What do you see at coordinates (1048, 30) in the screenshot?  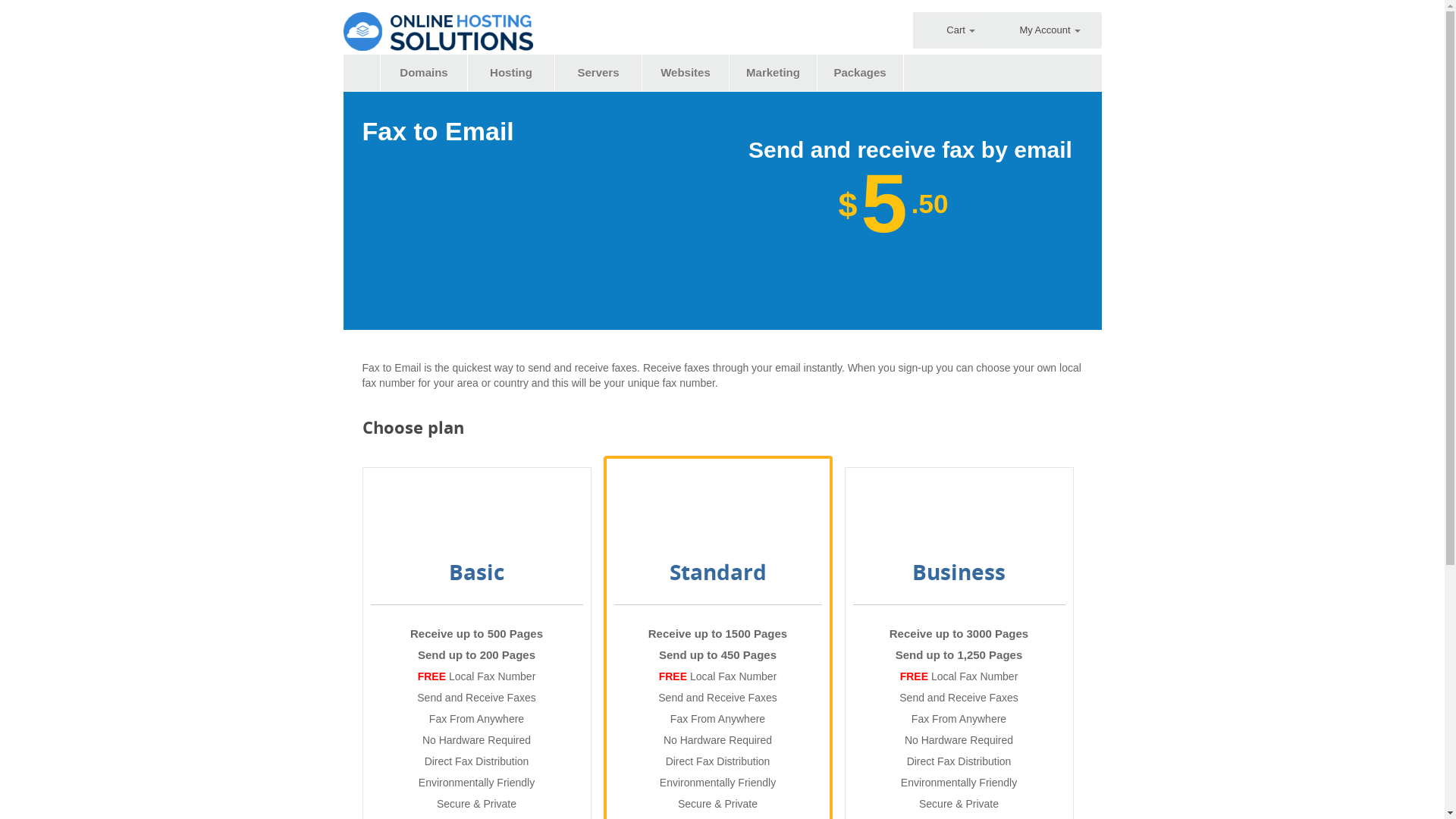 I see `'My Account'` at bounding box center [1048, 30].